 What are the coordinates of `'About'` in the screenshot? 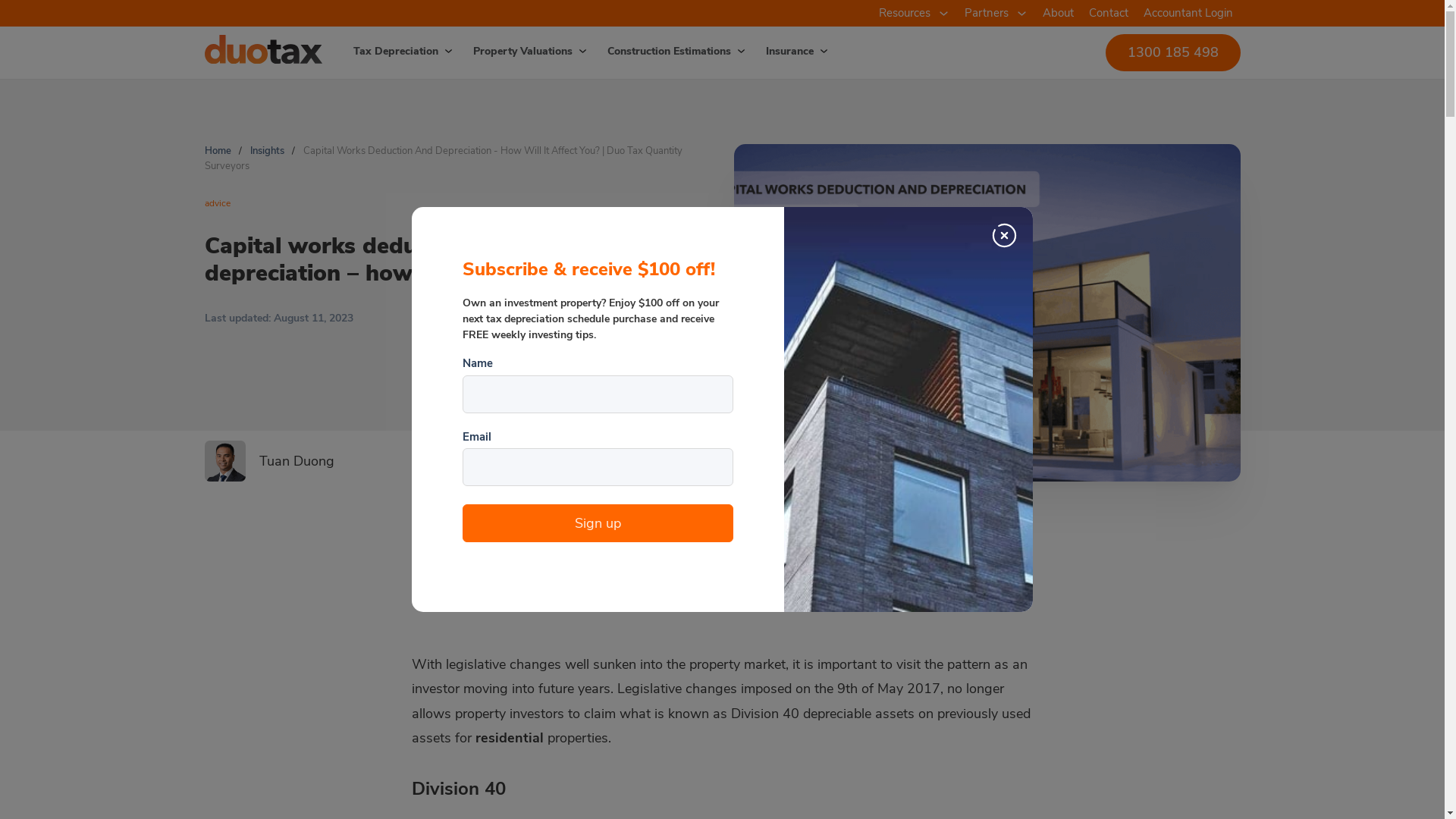 It's located at (1056, 13).